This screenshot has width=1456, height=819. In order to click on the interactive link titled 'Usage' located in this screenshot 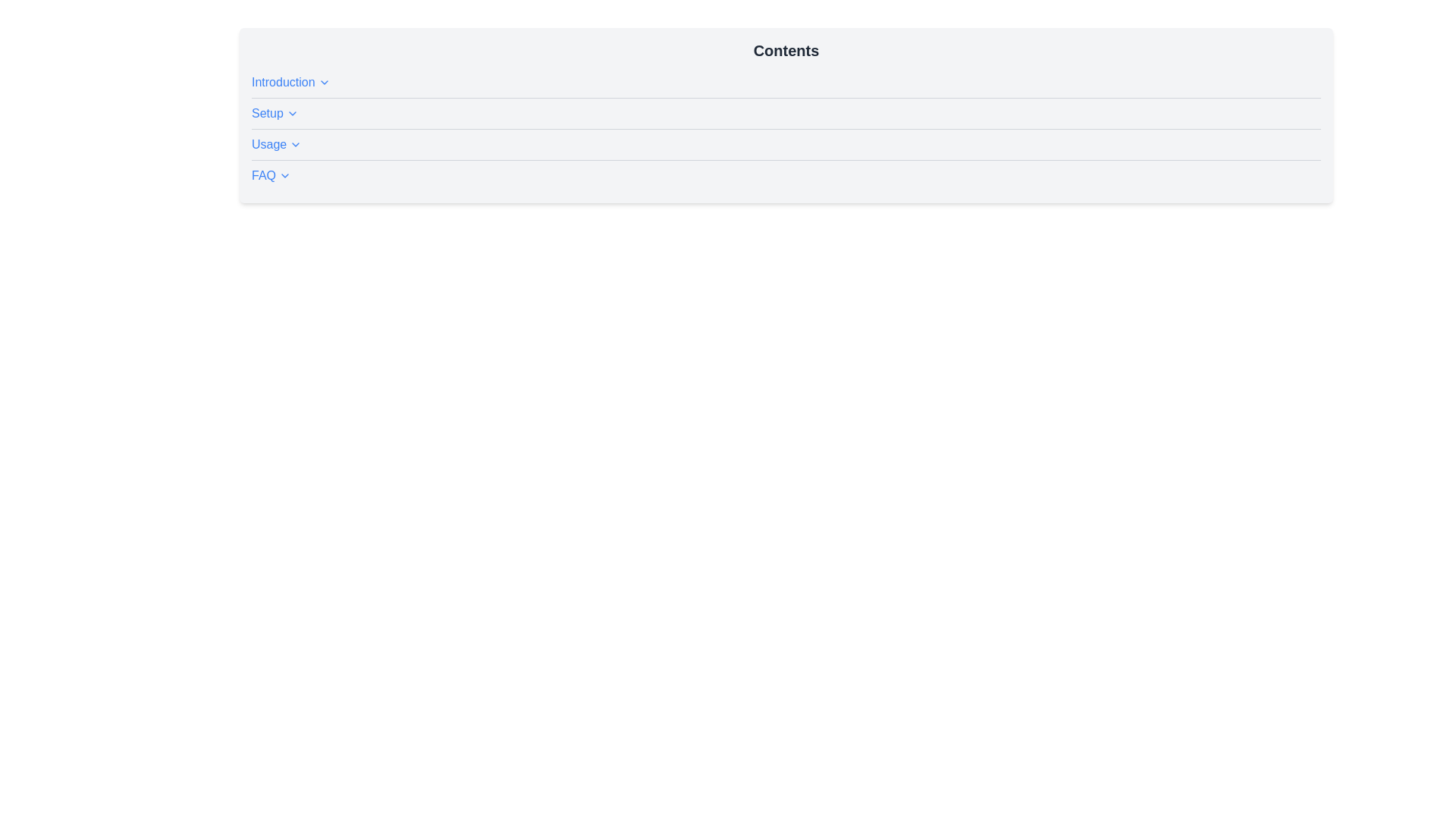, I will do `click(786, 145)`.